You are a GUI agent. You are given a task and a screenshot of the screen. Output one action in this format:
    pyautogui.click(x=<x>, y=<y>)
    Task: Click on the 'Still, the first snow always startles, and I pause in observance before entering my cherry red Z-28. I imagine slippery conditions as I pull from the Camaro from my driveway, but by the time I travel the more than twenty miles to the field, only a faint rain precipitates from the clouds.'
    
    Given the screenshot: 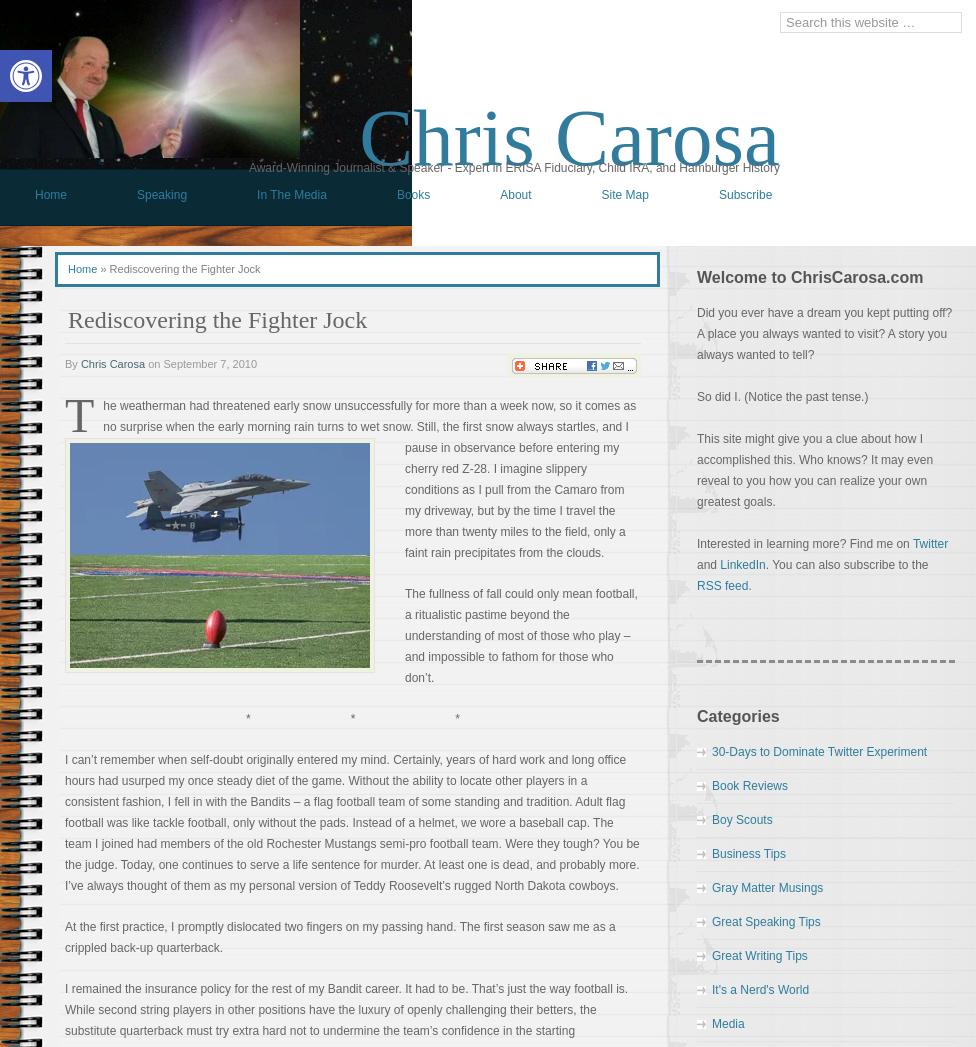 What is the action you would take?
    pyautogui.click(x=404, y=488)
    